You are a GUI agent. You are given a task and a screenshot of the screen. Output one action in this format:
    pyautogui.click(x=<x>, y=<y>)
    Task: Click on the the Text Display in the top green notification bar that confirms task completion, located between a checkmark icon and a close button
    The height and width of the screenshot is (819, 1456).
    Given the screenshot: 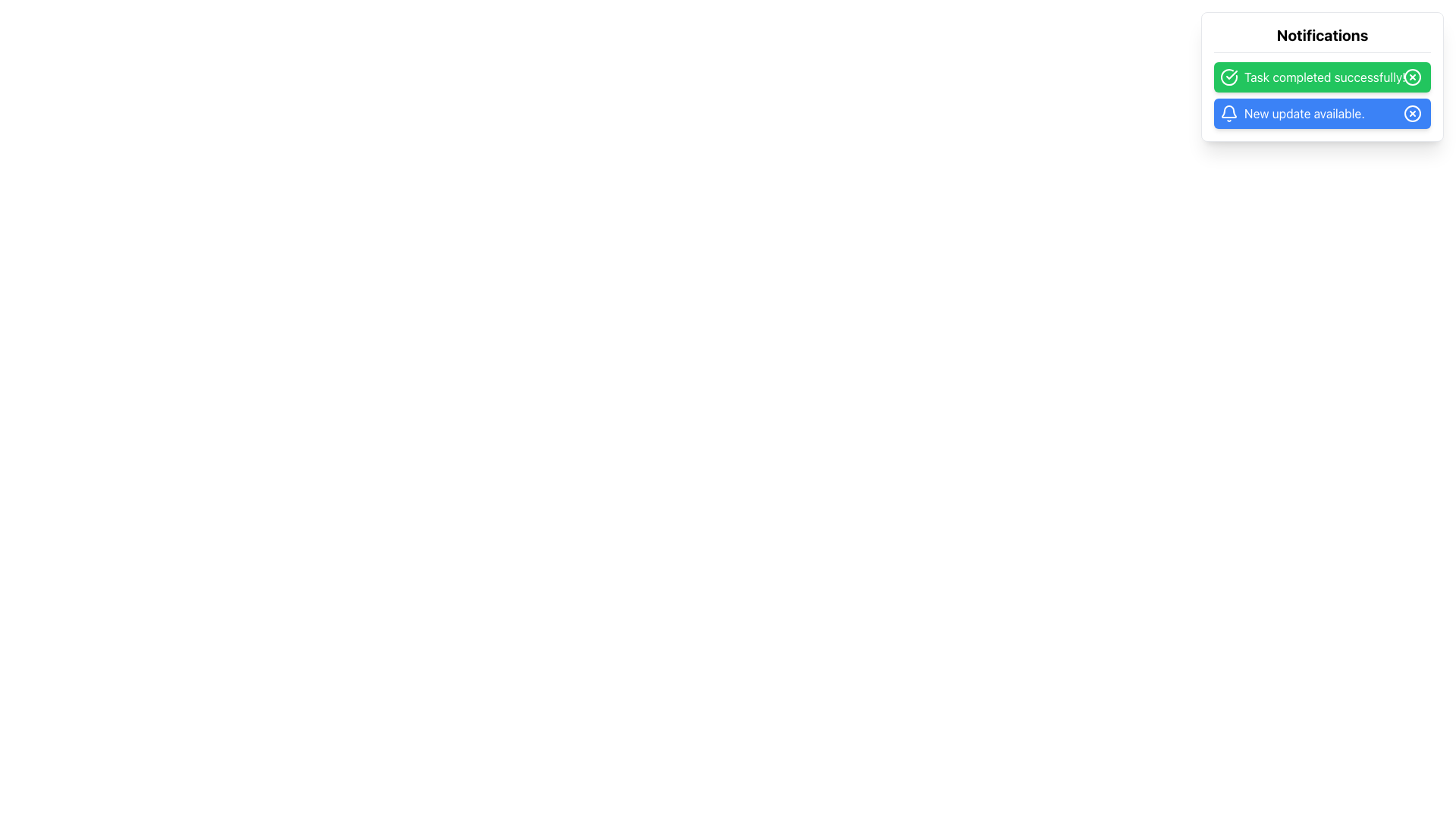 What is the action you would take?
    pyautogui.click(x=1324, y=77)
    